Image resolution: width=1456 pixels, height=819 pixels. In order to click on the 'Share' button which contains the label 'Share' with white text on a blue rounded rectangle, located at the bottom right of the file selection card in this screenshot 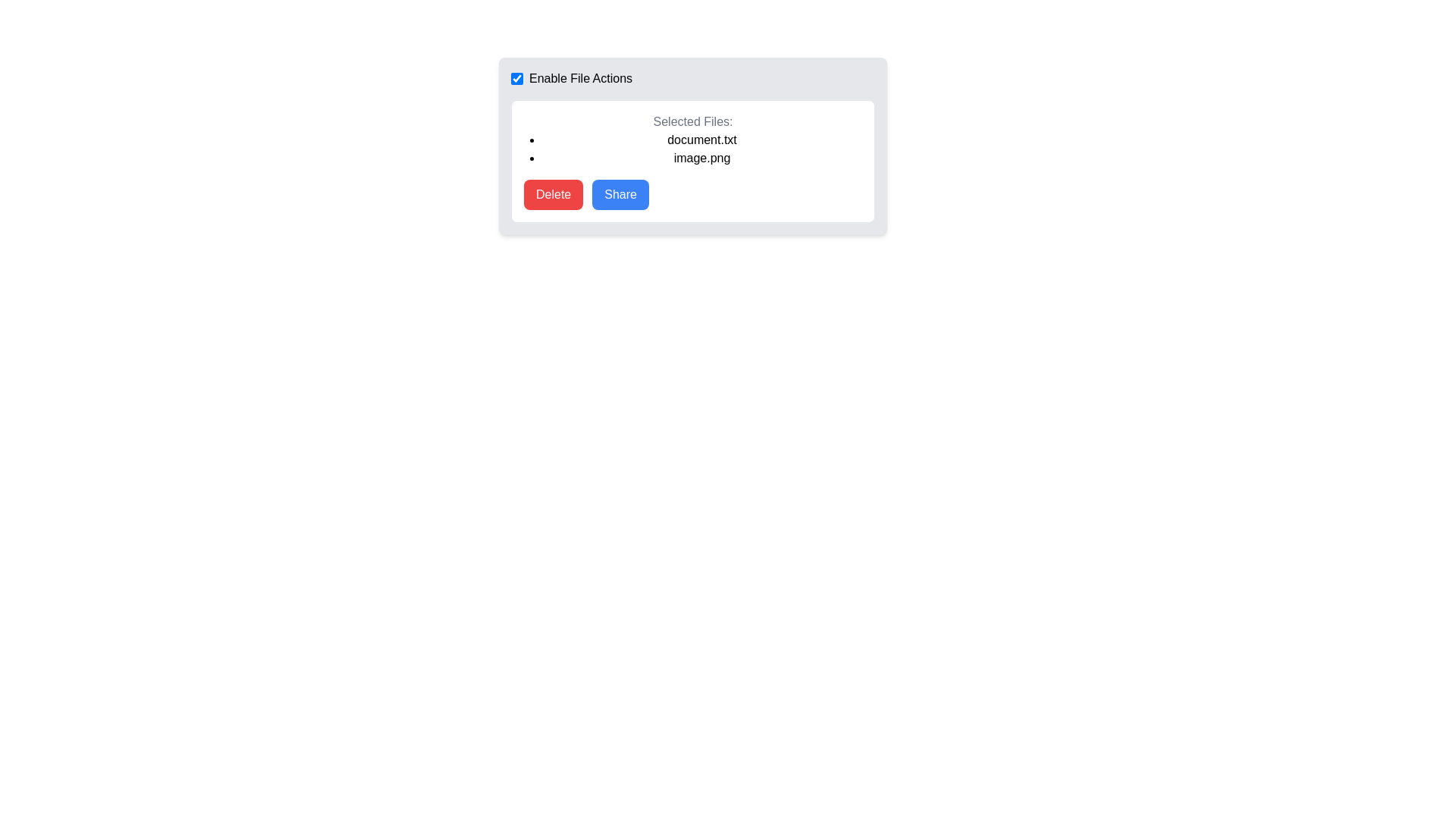, I will do `click(620, 194)`.